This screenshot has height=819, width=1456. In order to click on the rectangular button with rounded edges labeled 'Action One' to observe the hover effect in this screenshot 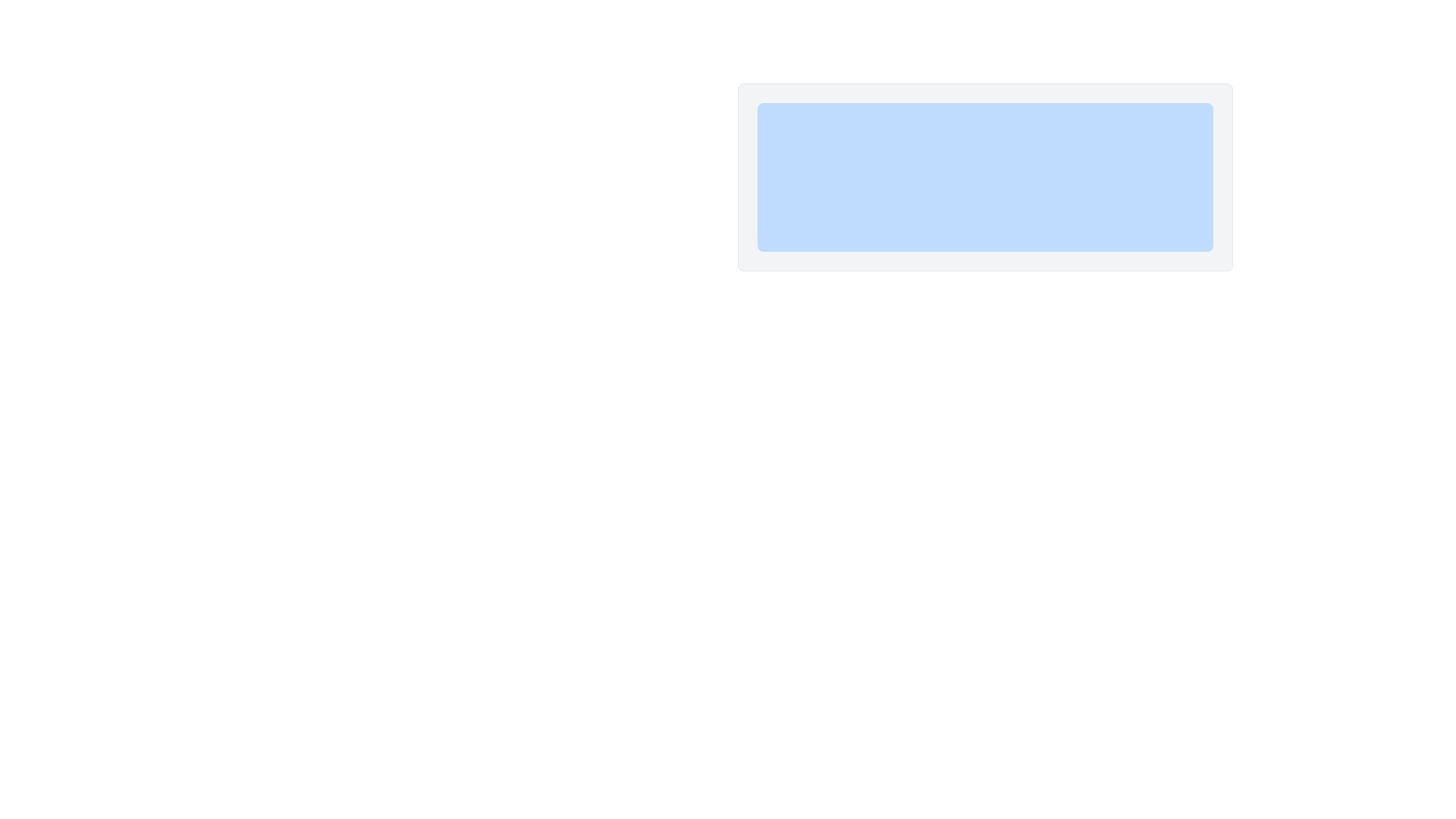, I will do `click(829, 174)`.